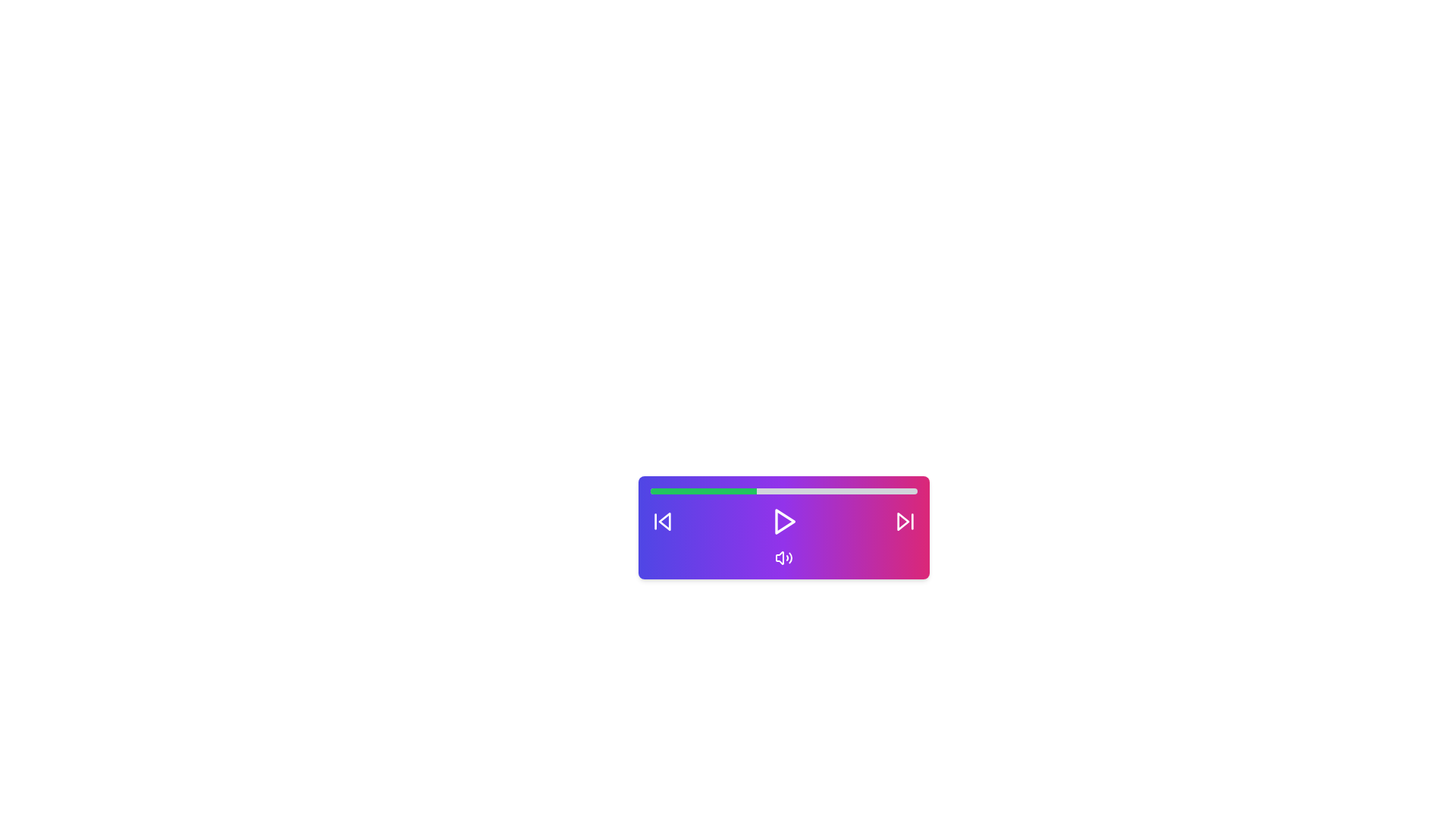 The height and width of the screenshot is (819, 1456). I want to click on the volume to 49 percent, so click(780, 491).